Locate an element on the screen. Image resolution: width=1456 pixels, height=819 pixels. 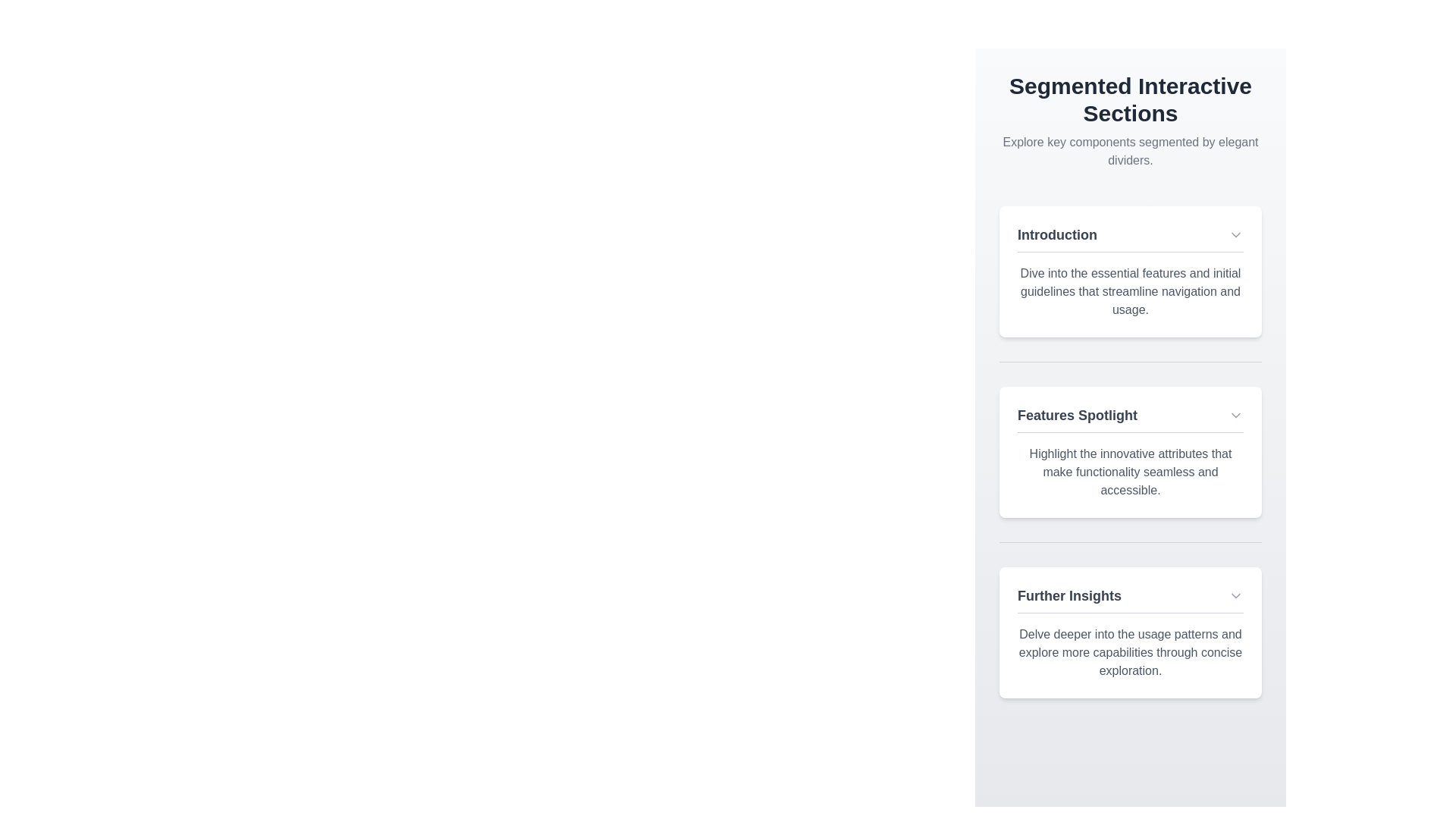
the small downward-facing chevron icon styled with a gray color tone in the top-right corner of the 'Features Spotlight' card is located at coordinates (1236, 415).